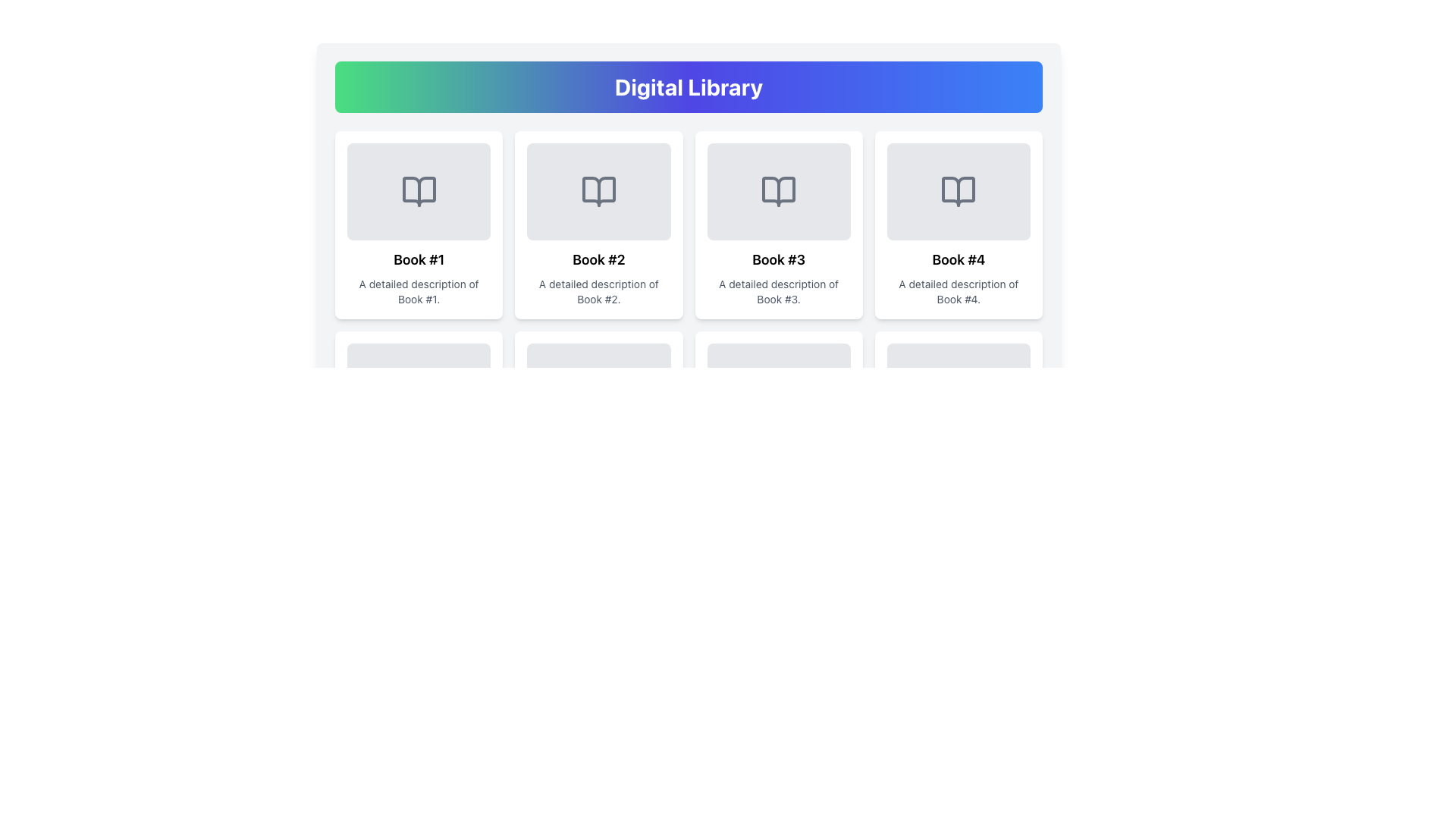  What do you see at coordinates (598, 292) in the screenshot?
I see `text from the Text Label that provides a detailed description of 'Book #2', which is located directly below the 'Book #2' title in the second card of the 'Digital Library' section` at bounding box center [598, 292].